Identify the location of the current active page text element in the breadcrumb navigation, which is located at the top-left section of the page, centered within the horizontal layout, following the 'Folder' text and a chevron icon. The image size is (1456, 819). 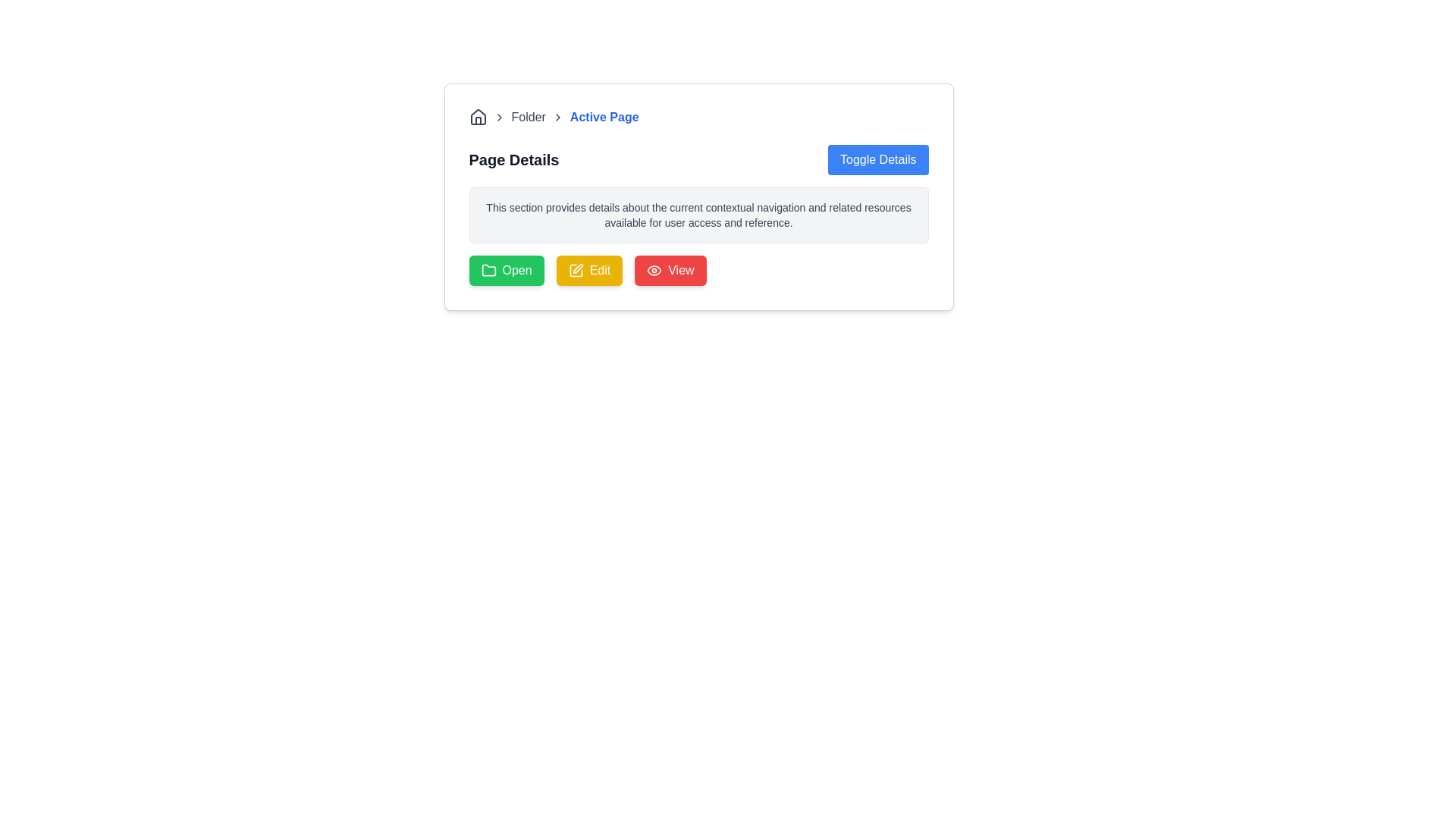
(604, 116).